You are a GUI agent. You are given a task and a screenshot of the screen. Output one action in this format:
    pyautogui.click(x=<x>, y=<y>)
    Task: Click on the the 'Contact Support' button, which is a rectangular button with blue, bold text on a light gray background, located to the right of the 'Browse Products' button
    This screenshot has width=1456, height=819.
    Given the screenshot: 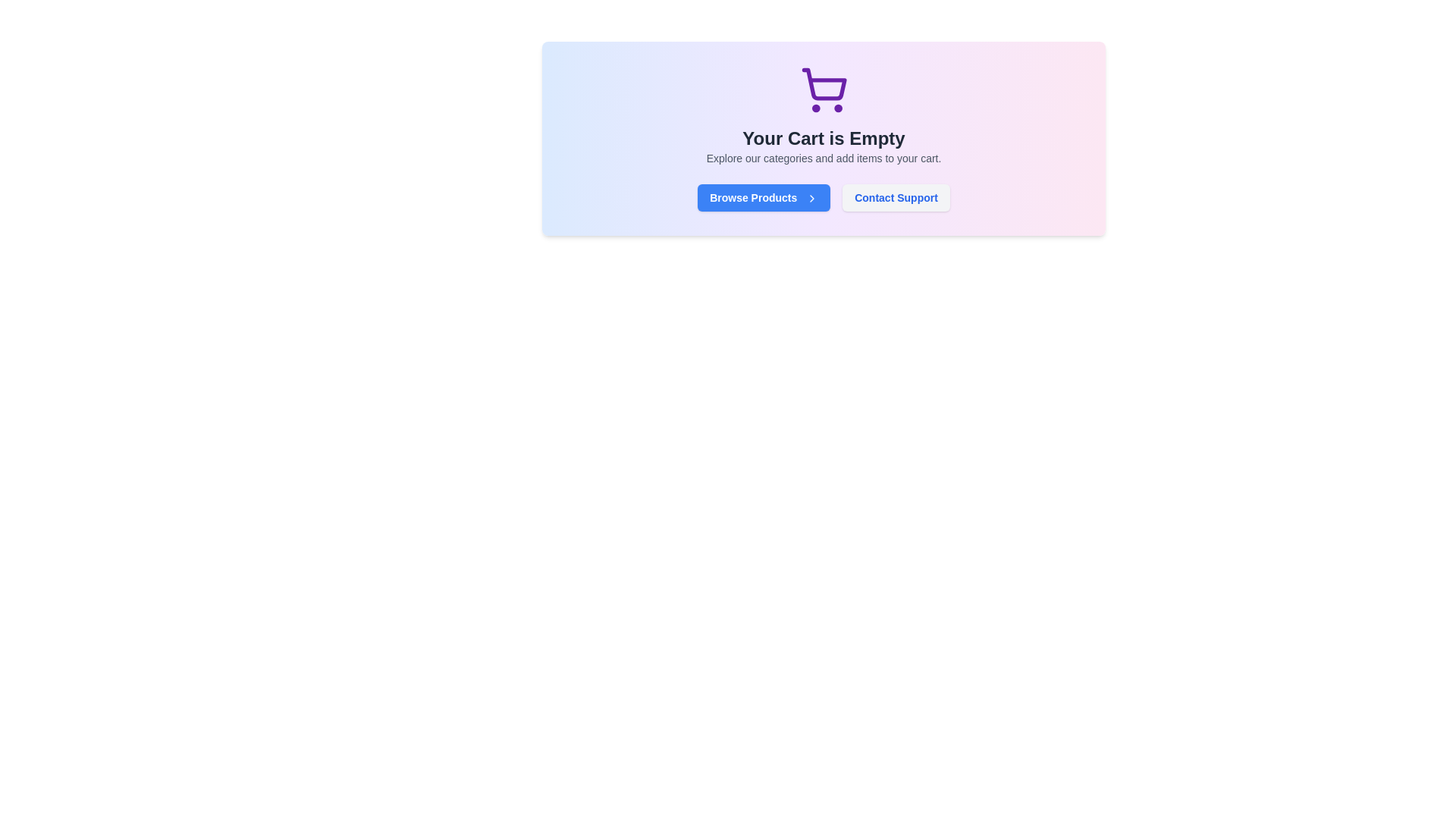 What is the action you would take?
    pyautogui.click(x=896, y=197)
    